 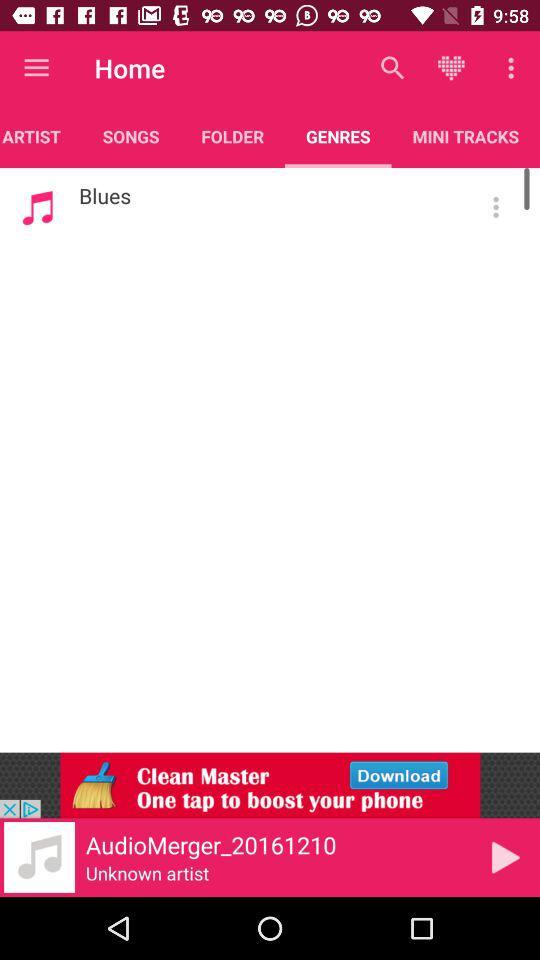 I want to click on make advertisement, so click(x=270, y=785).